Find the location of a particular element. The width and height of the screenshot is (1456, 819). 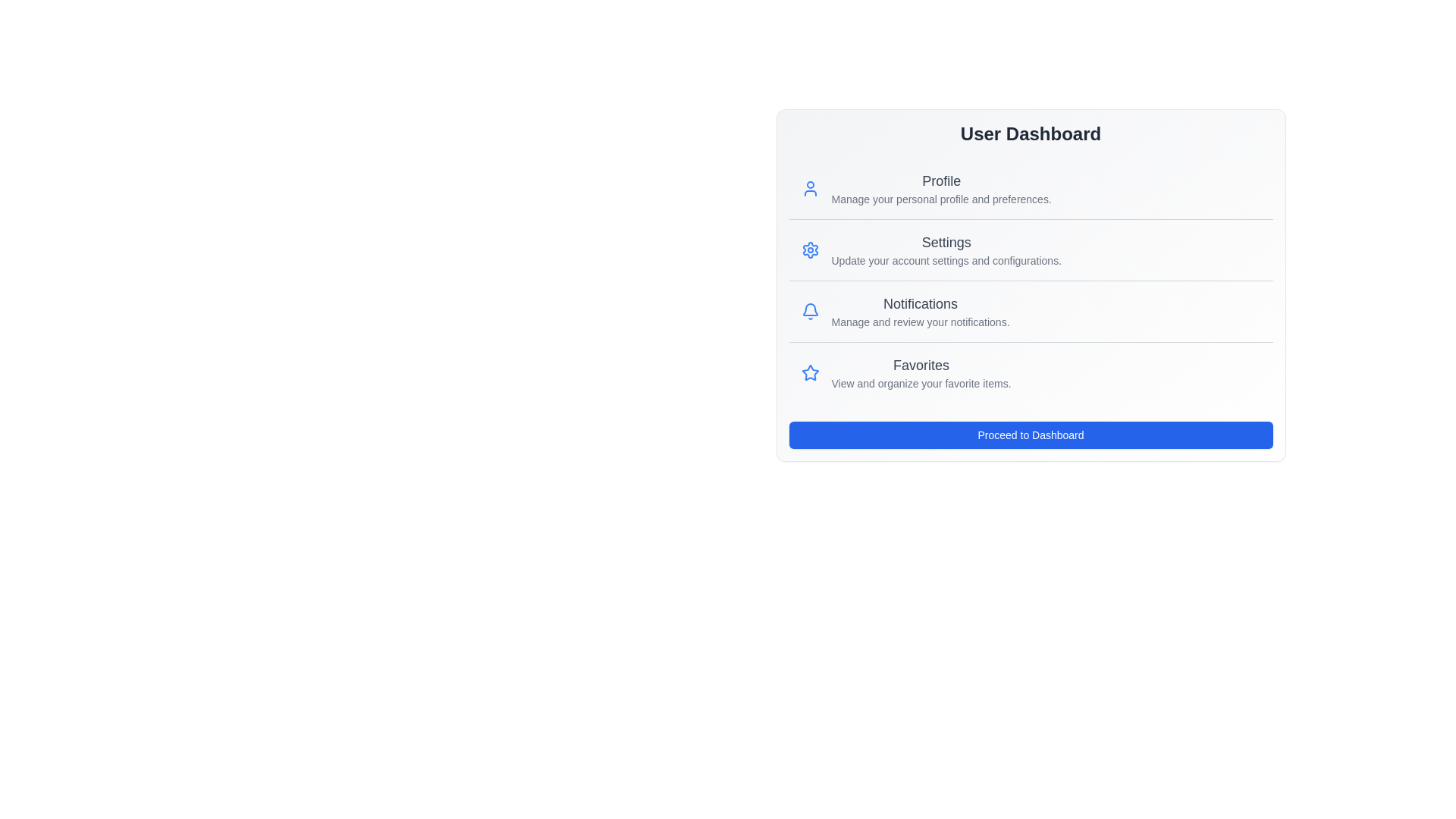

the gear icon located in the user dashboard is located at coordinates (809, 249).